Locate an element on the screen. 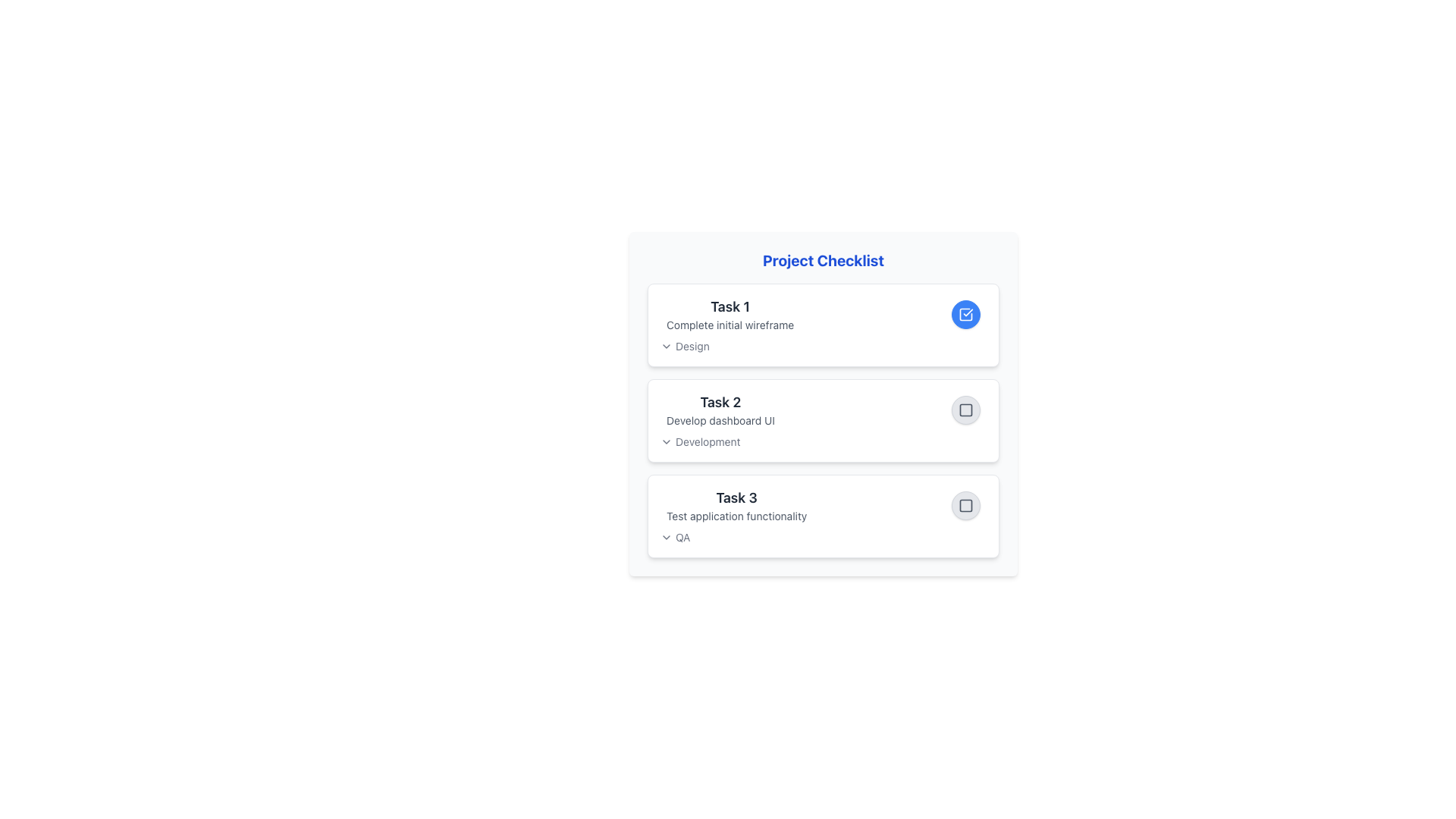 This screenshot has width=1456, height=819. the text label that reads 'Task 3', which is the title of the third item in a checklist interface, prominently displayed in bold dark gray font is located at coordinates (736, 497).